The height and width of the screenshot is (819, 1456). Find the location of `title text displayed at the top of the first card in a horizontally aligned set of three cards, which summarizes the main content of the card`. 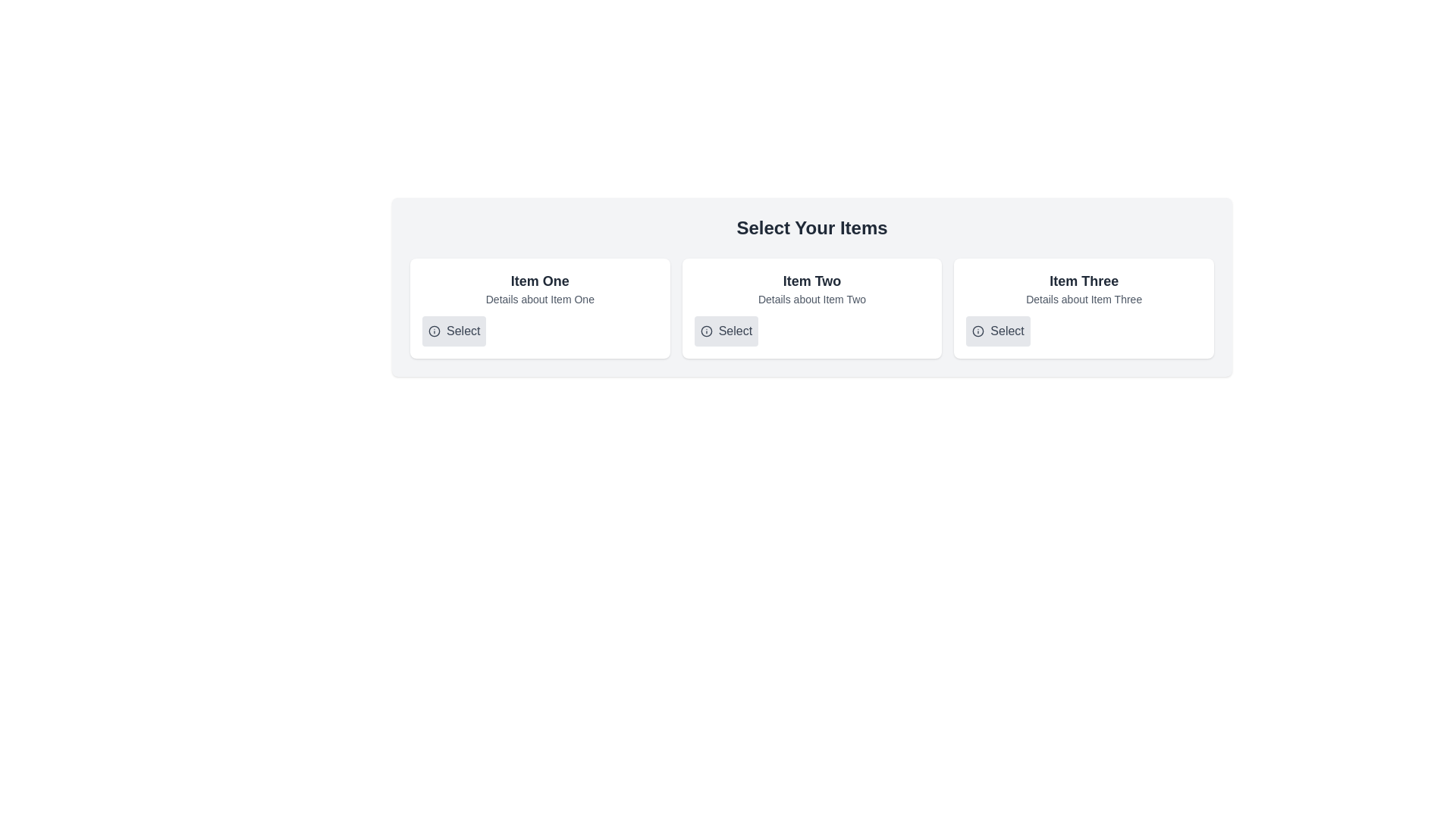

title text displayed at the top of the first card in a horizontally aligned set of three cards, which summarizes the main content of the card is located at coordinates (540, 281).